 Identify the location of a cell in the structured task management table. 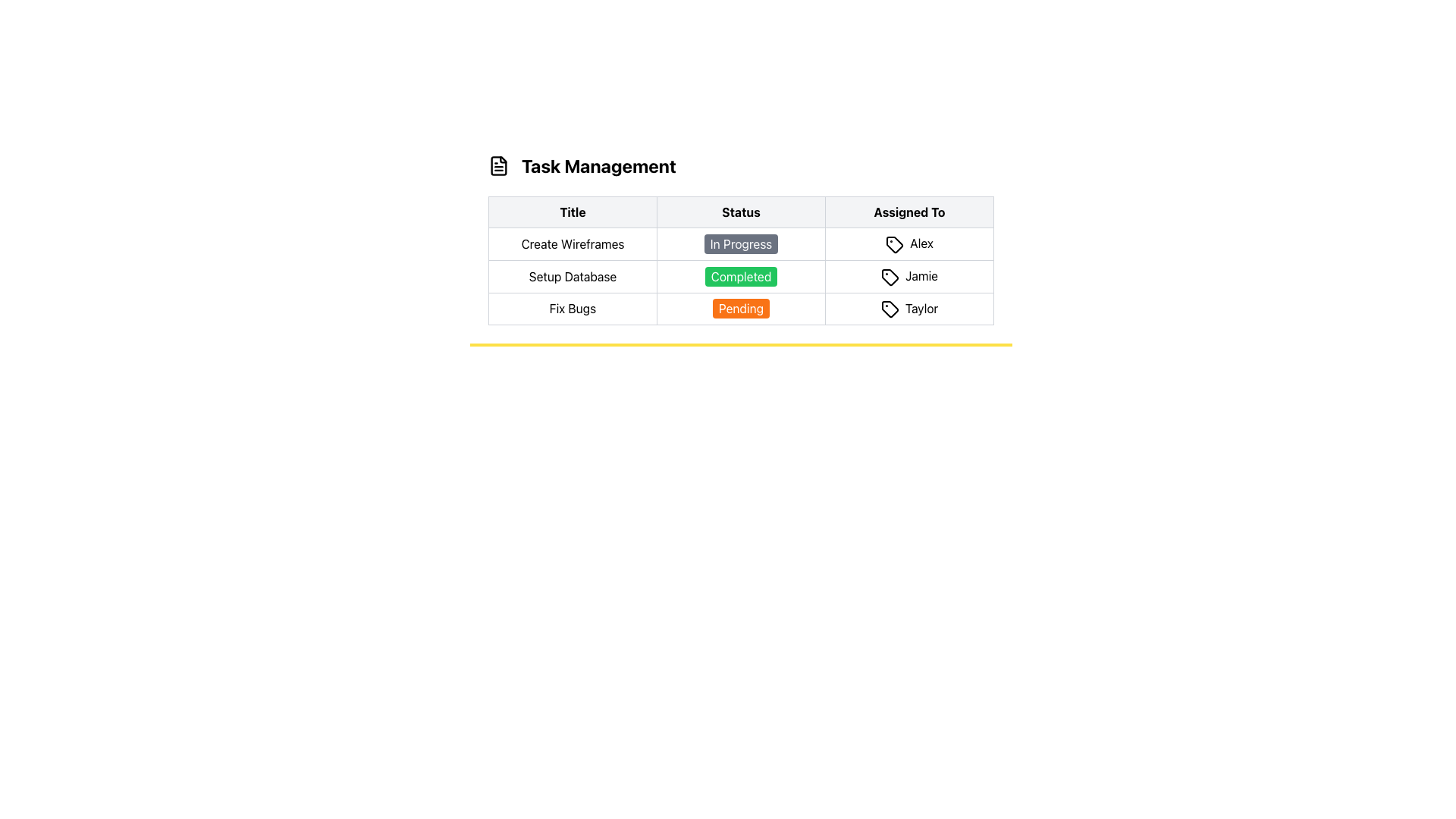
(741, 260).